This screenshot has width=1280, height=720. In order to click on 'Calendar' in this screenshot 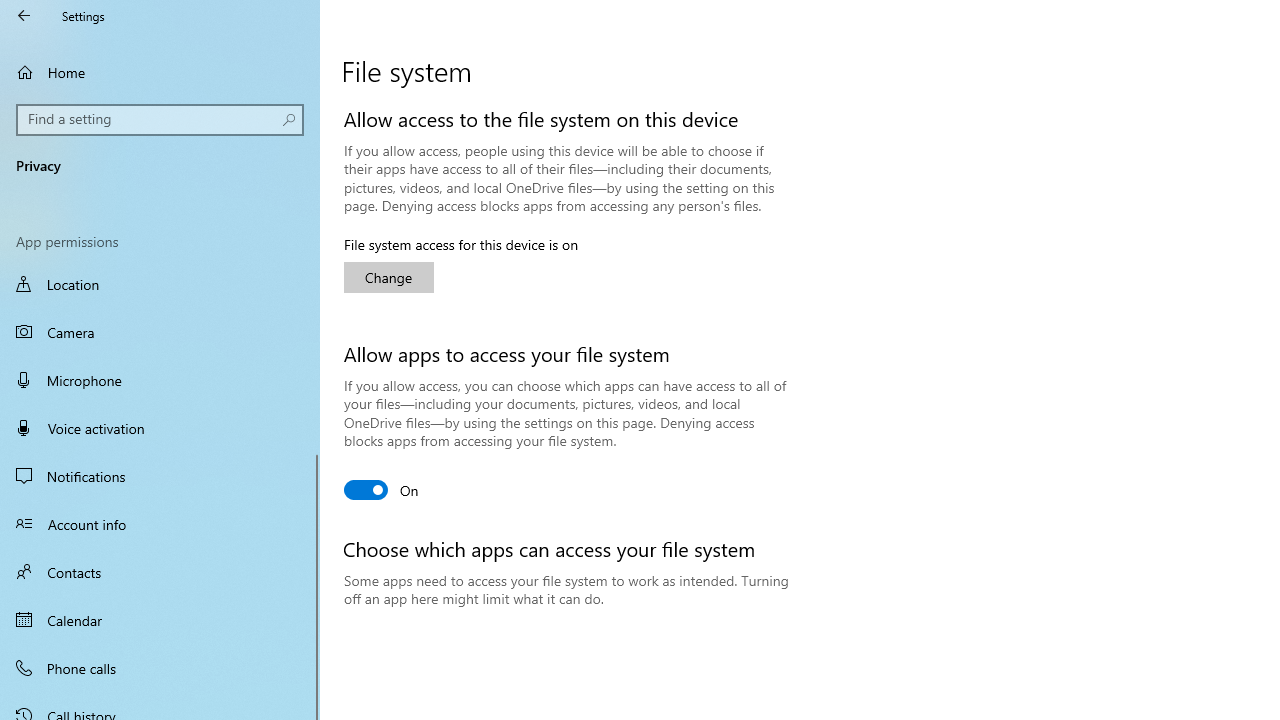, I will do `click(160, 618)`.